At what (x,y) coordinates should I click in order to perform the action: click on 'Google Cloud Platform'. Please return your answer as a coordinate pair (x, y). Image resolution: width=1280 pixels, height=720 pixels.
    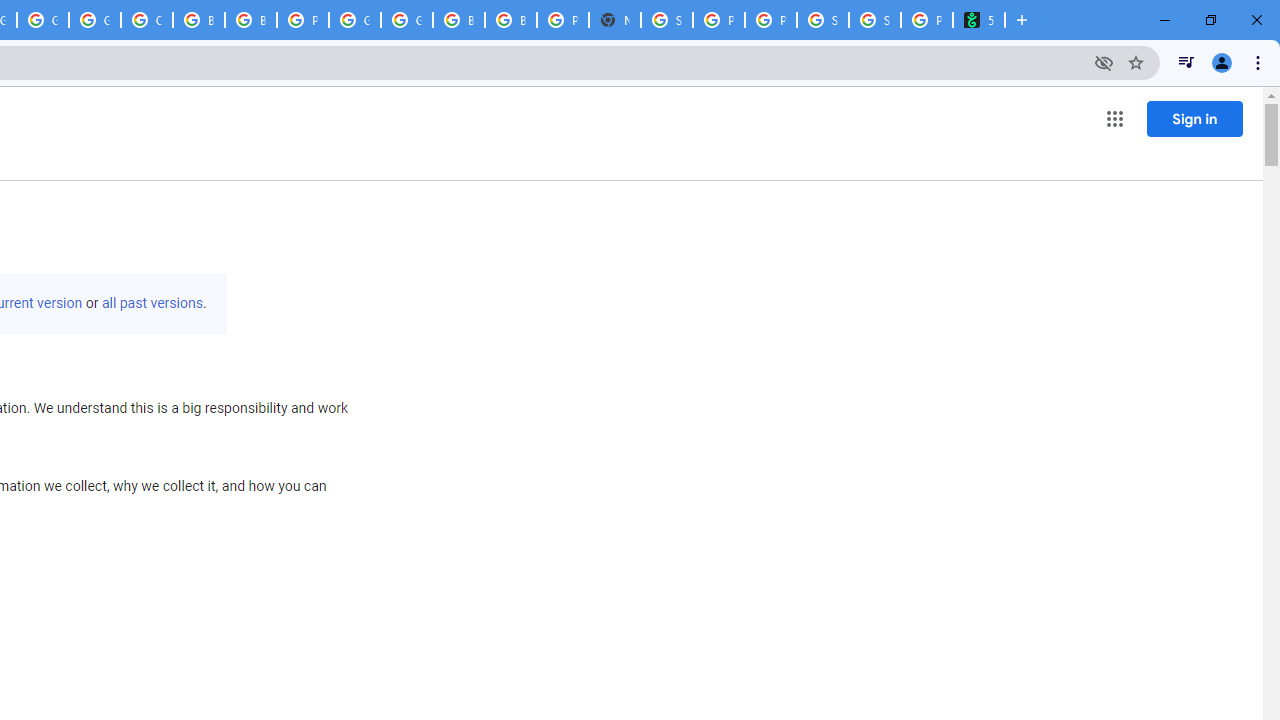
    Looking at the image, I should click on (355, 20).